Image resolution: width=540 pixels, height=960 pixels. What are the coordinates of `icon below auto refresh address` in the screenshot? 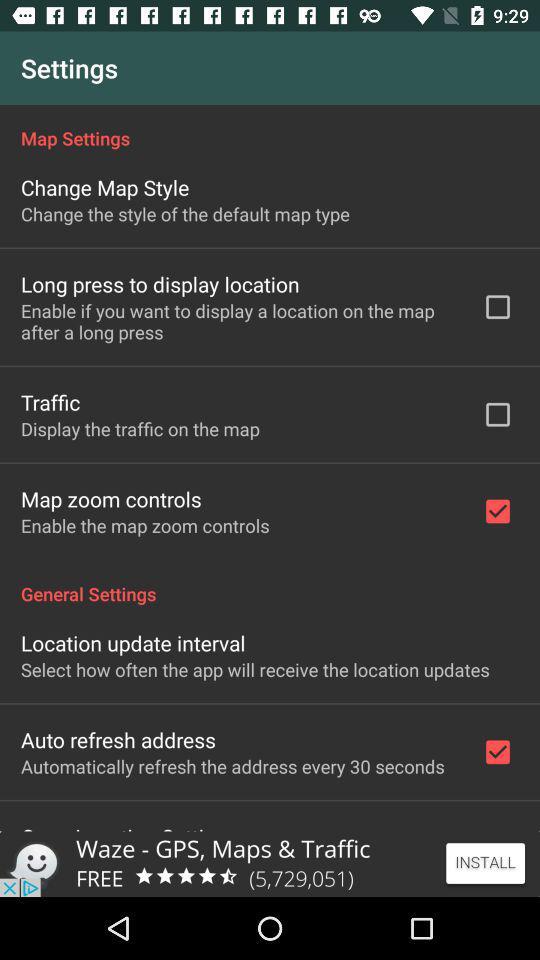 It's located at (231, 765).